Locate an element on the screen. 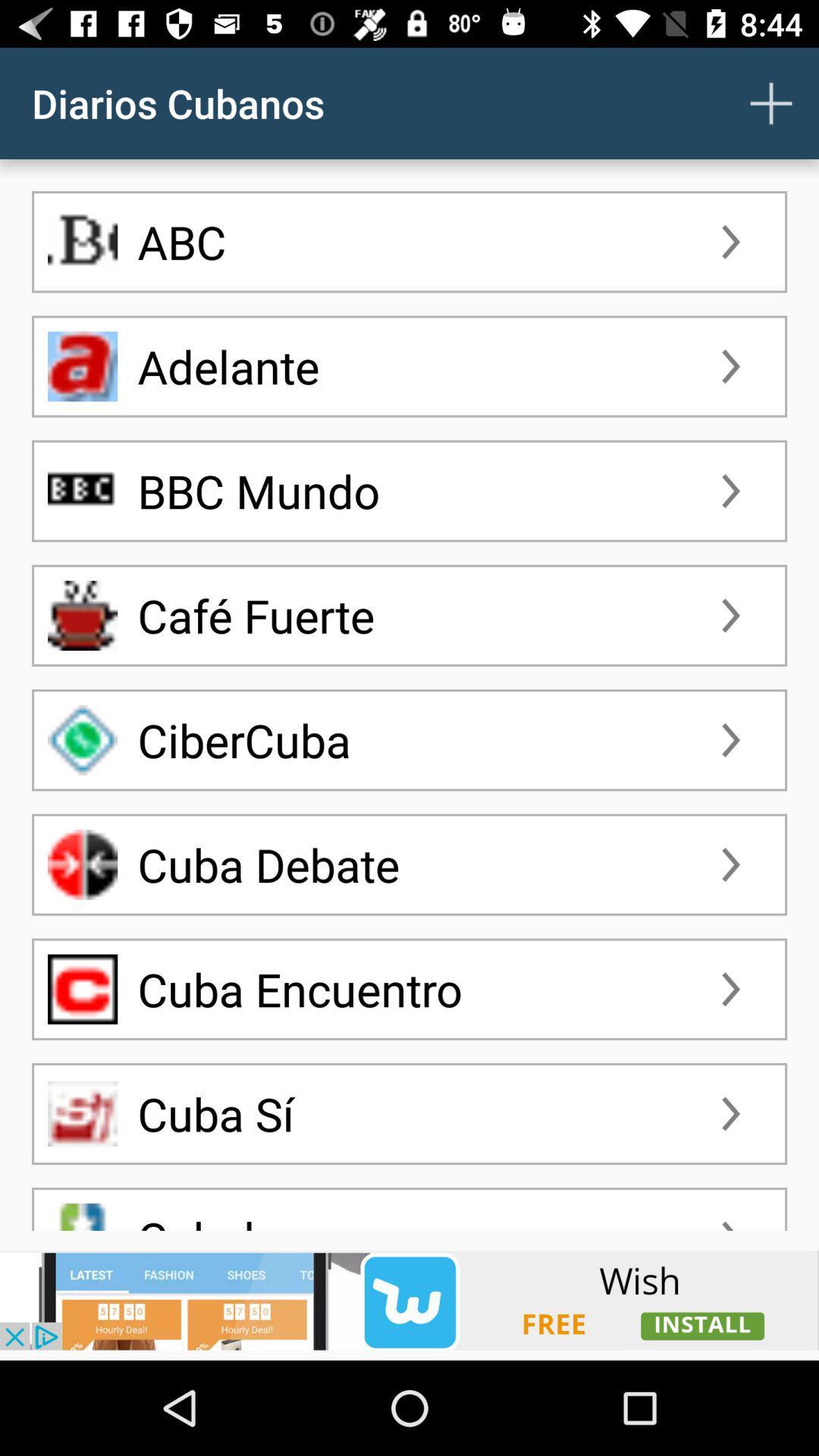 The image size is (819, 1456). the adelante icon is located at coordinates (82, 366).